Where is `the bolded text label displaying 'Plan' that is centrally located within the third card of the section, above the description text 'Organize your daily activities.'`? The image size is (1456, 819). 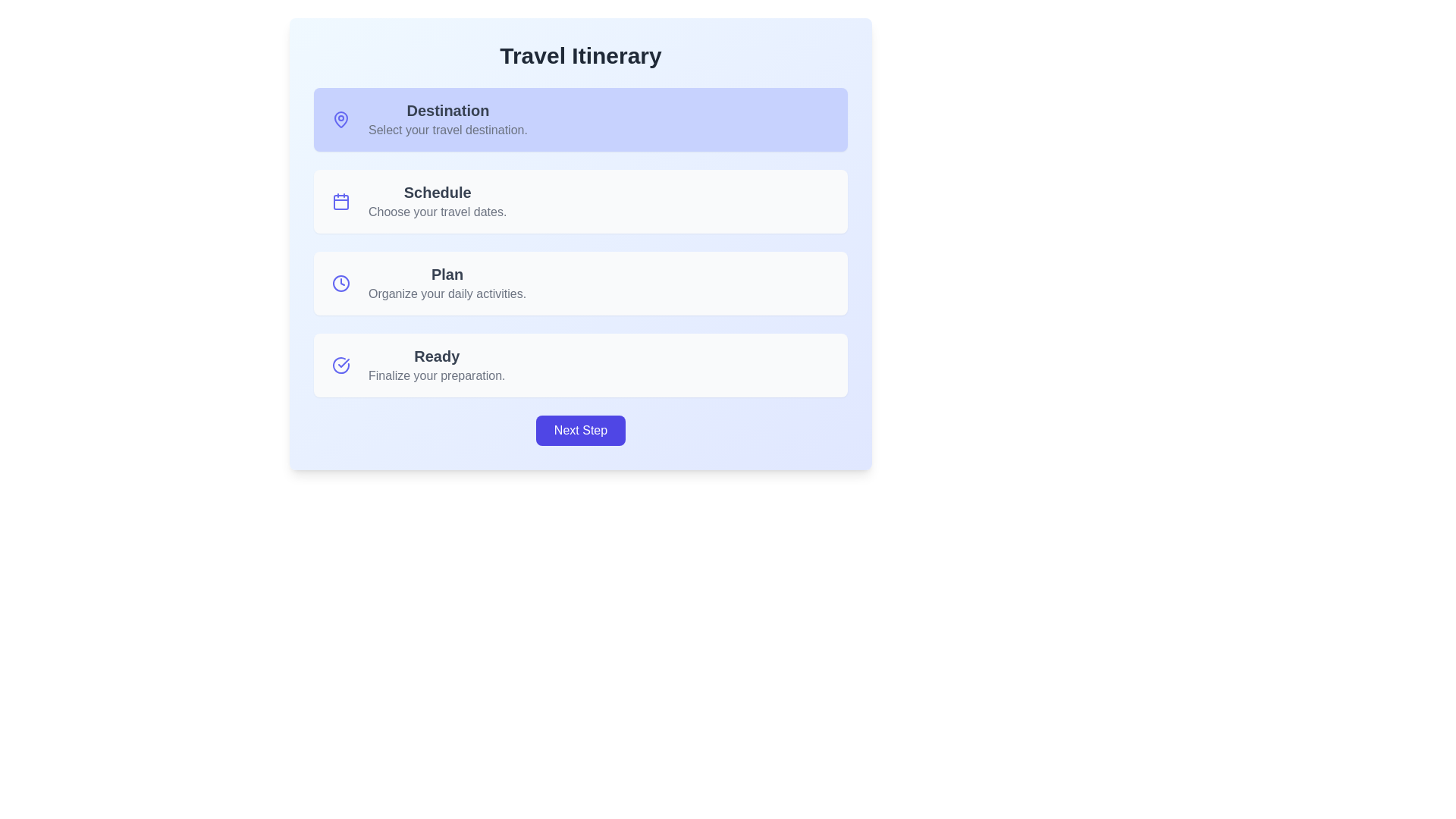
the bolded text label displaying 'Plan' that is centrally located within the third card of the section, above the description text 'Organize your daily activities.' is located at coordinates (447, 275).